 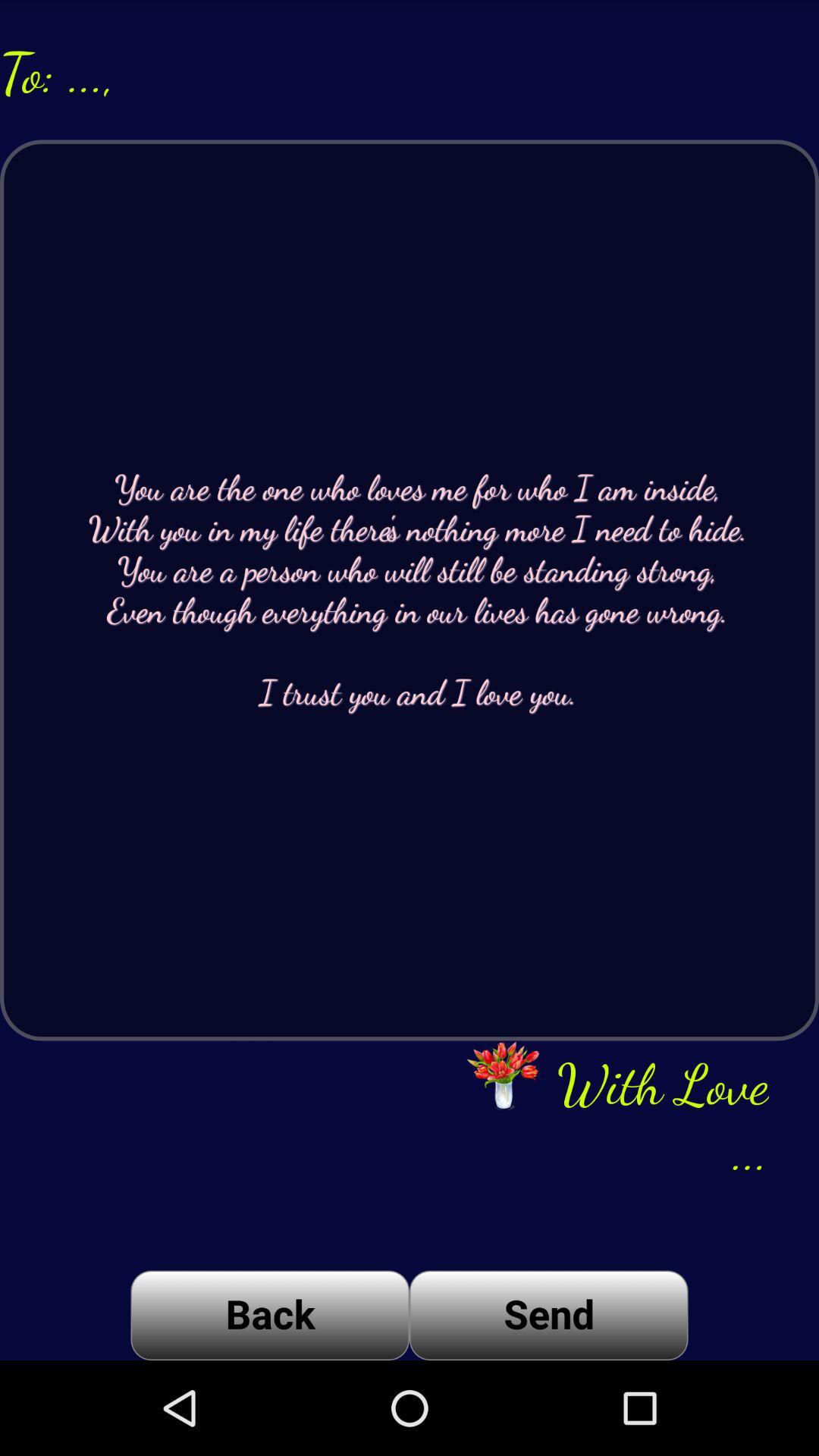 What do you see at coordinates (269, 1314) in the screenshot?
I see `the back` at bounding box center [269, 1314].